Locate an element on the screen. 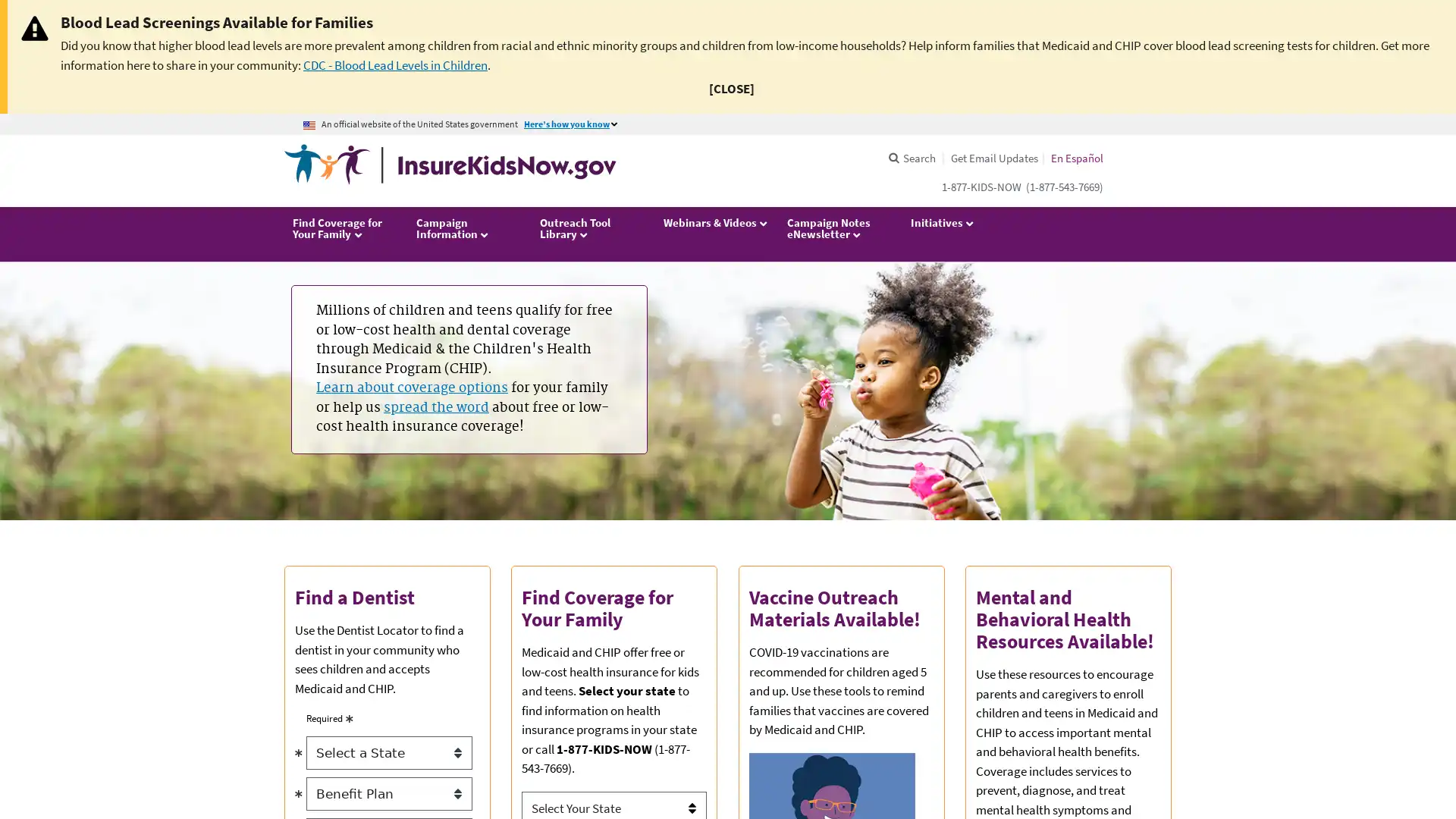  Search is located at coordinates (910, 158).